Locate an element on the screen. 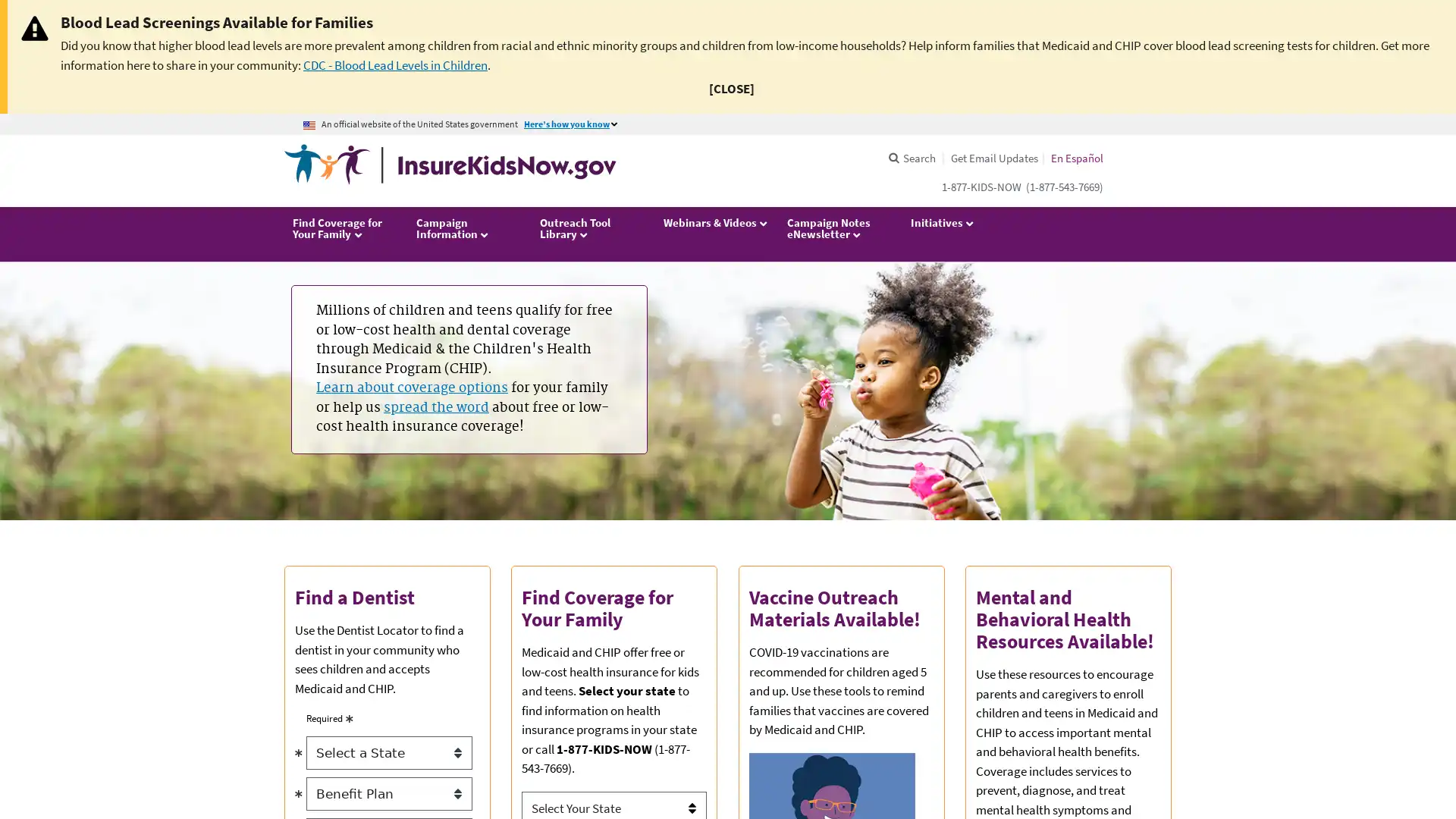  Search is located at coordinates (910, 158).